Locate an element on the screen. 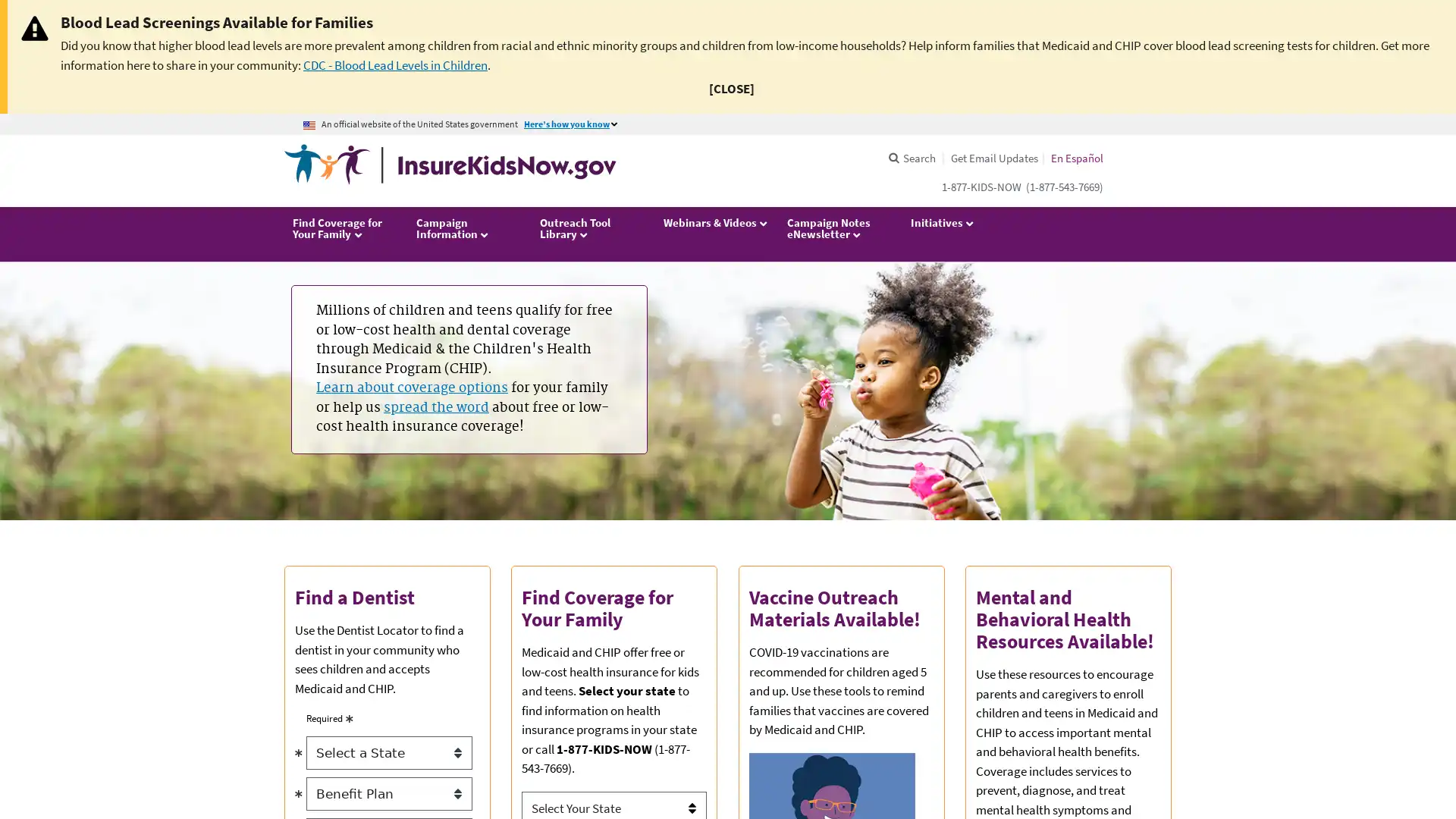  Search is located at coordinates (910, 158).